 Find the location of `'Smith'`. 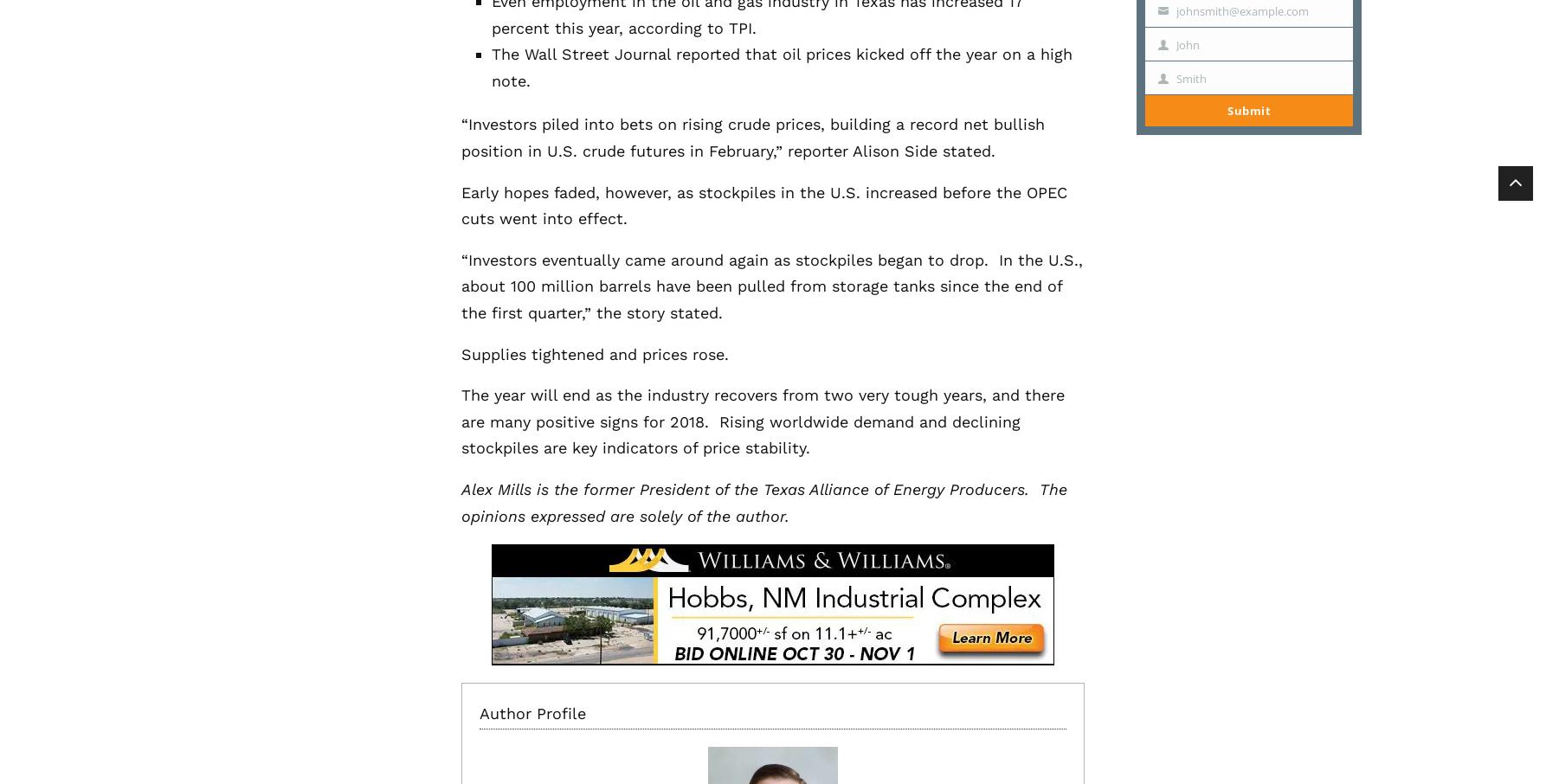

'Smith' is located at coordinates (1175, 77).